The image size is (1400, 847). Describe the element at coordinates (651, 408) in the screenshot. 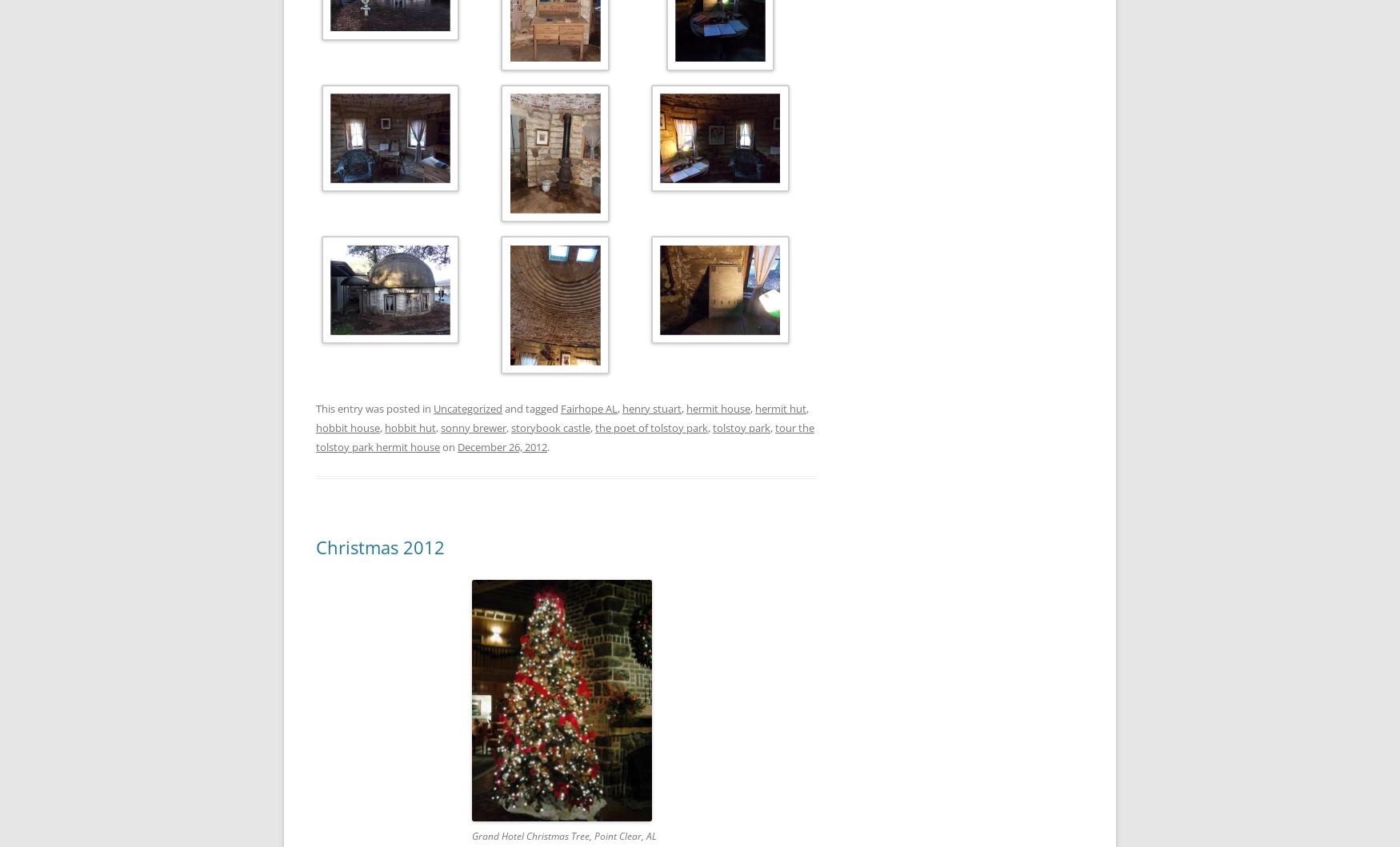

I see `'henry stuart'` at that location.